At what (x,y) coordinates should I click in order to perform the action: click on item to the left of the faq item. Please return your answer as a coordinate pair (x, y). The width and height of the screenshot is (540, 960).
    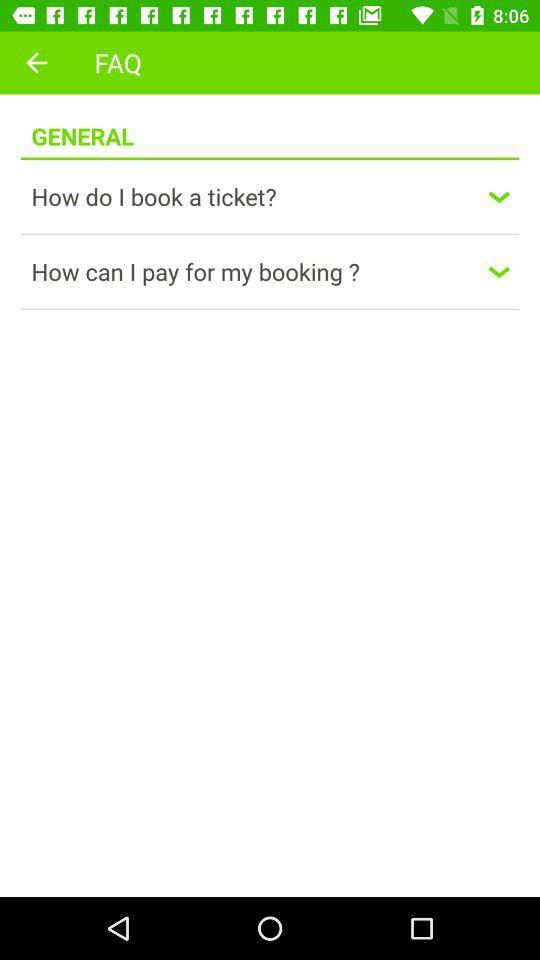
    Looking at the image, I should click on (36, 62).